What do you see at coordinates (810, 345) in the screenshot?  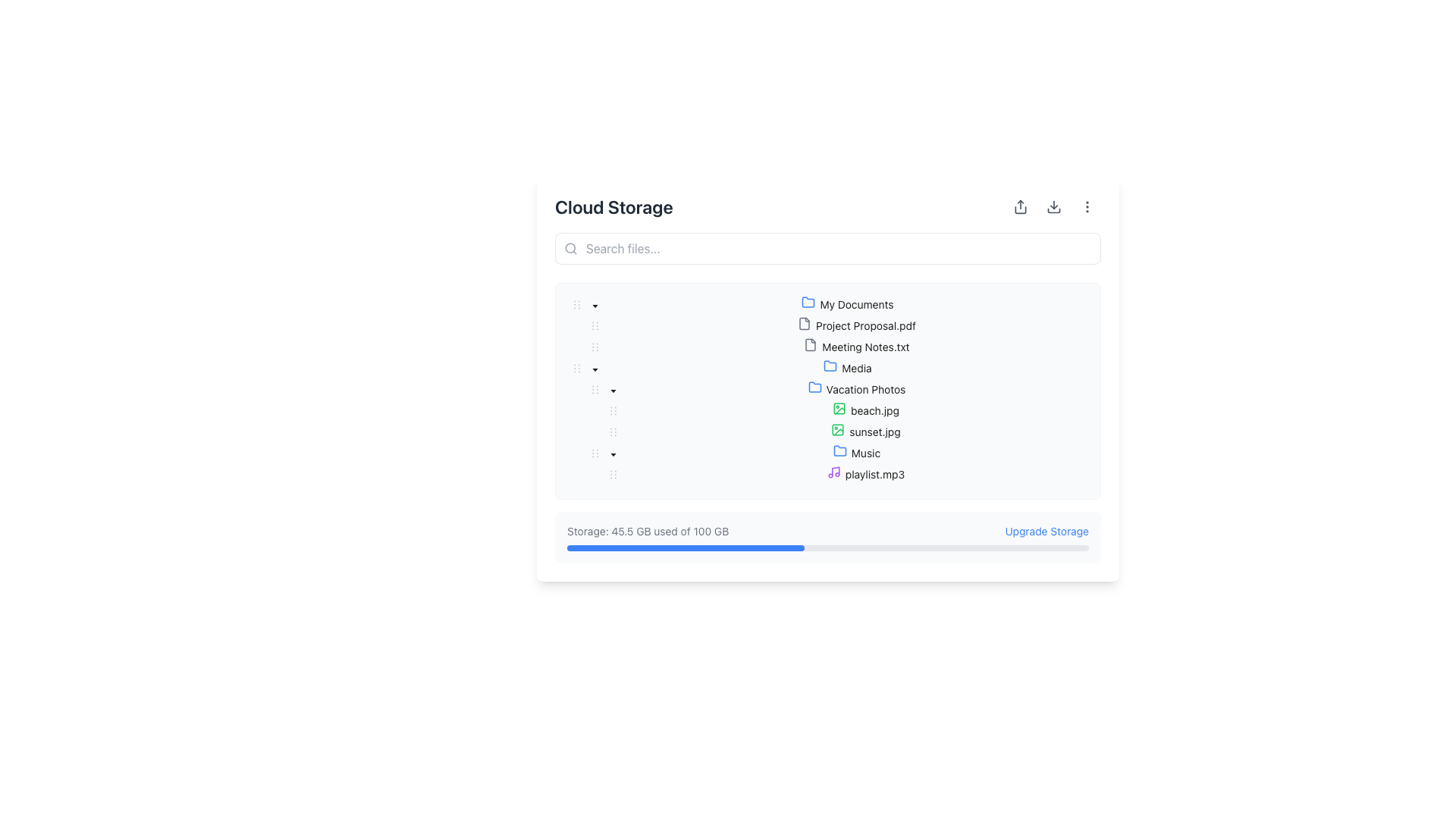 I see `the document icon, which features a folded corner and is positioned next to the label 'Meeting Notes.txt'` at bounding box center [810, 345].